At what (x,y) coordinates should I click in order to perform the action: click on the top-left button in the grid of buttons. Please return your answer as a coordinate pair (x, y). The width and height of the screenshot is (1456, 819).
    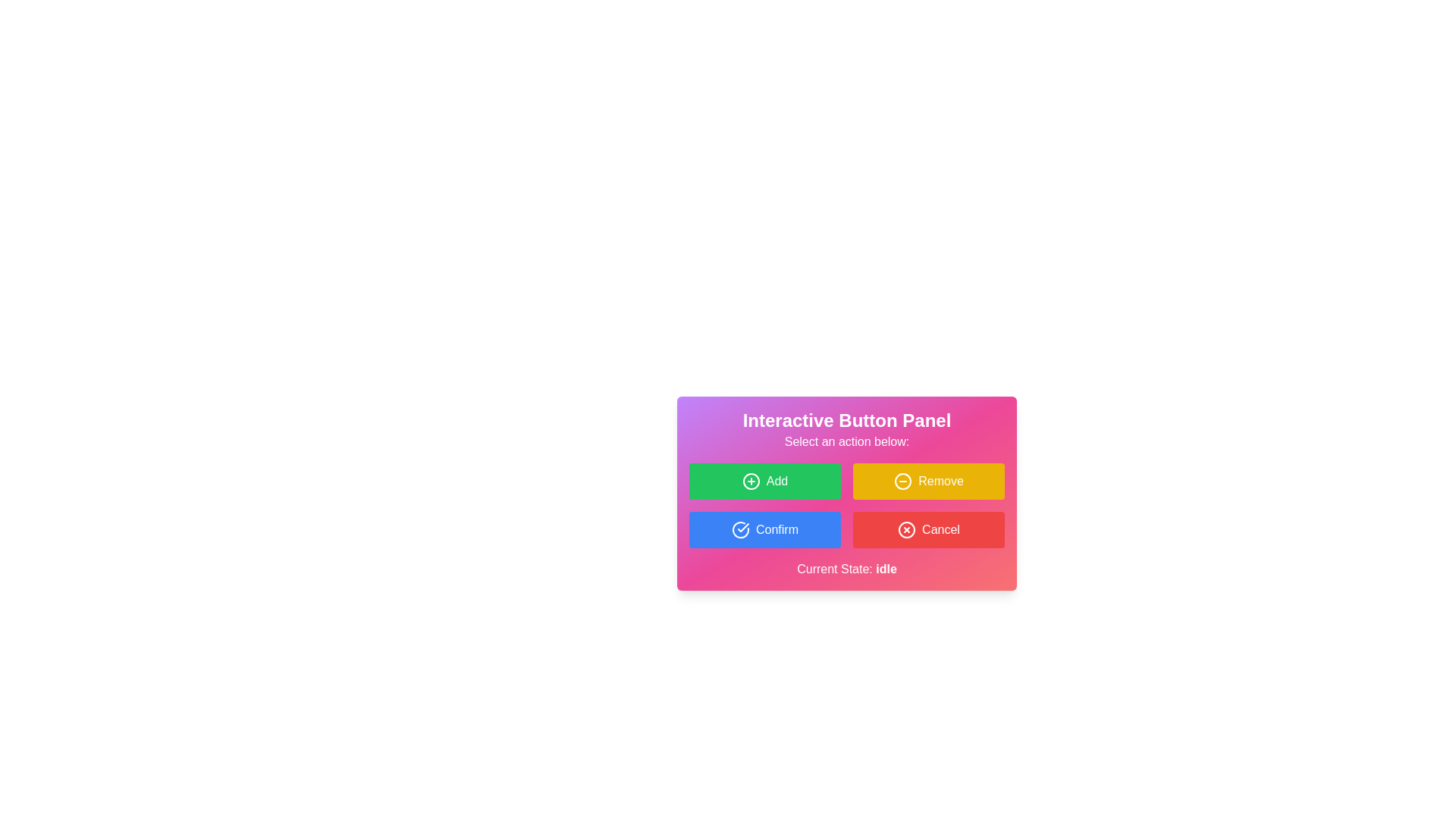
    Looking at the image, I should click on (764, 482).